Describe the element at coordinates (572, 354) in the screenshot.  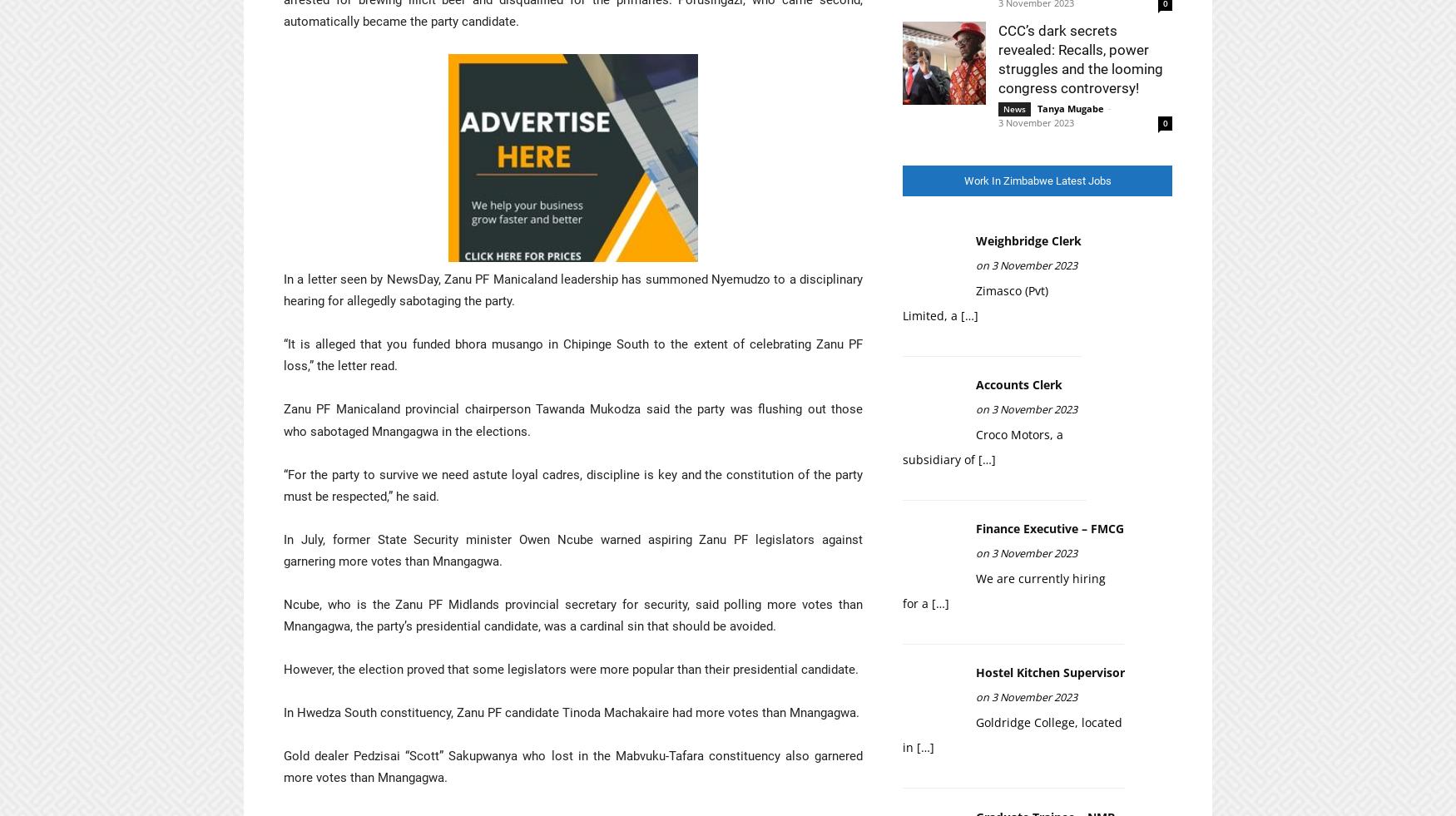
I see `'“It is alleged that you funded bhora musango in Chipinge South to the extent of celebrating Zanu PF loss,” the letter read.'` at that location.